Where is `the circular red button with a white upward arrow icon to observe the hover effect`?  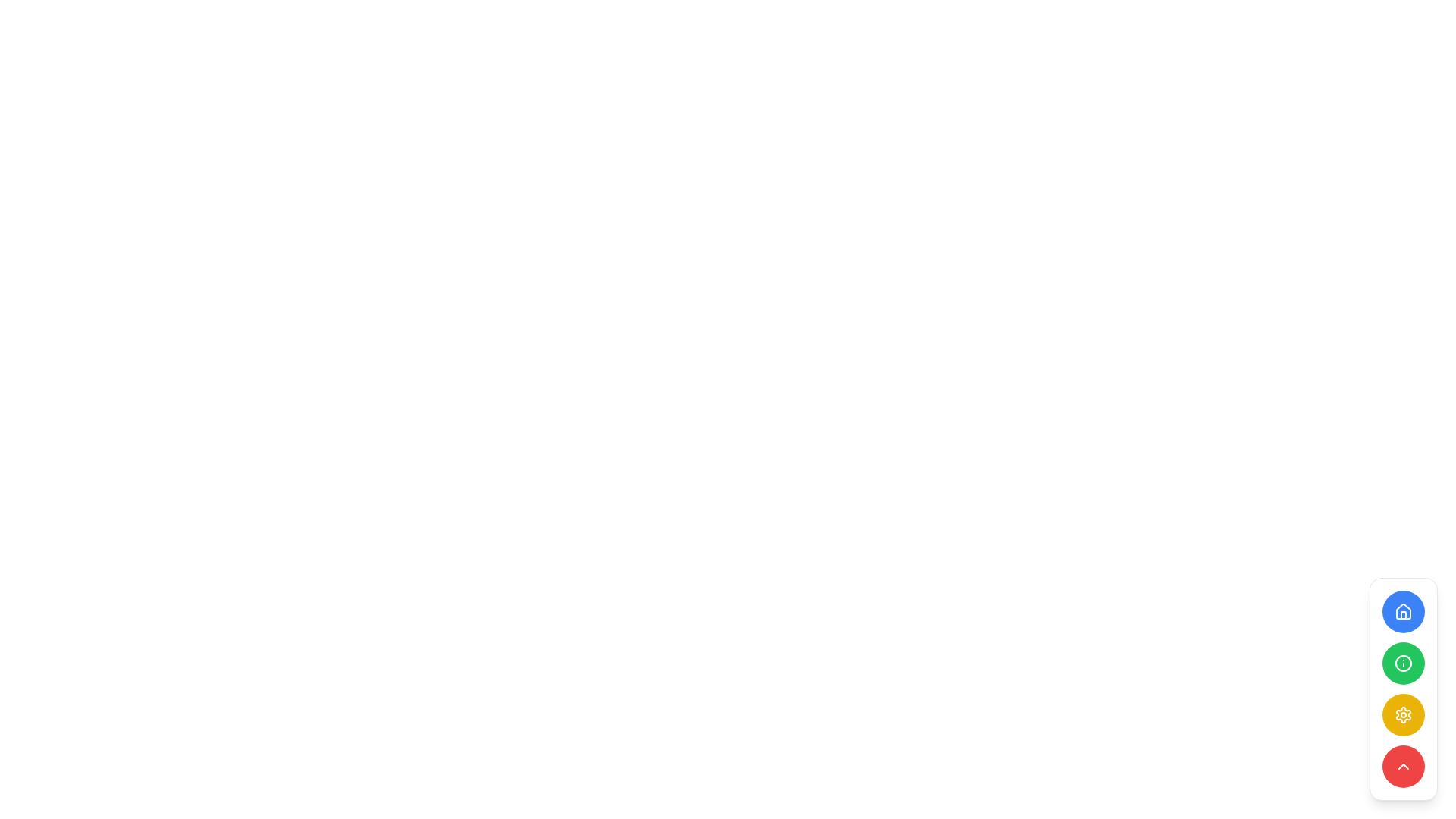 the circular red button with a white upward arrow icon to observe the hover effect is located at coordinates (1403, 766).